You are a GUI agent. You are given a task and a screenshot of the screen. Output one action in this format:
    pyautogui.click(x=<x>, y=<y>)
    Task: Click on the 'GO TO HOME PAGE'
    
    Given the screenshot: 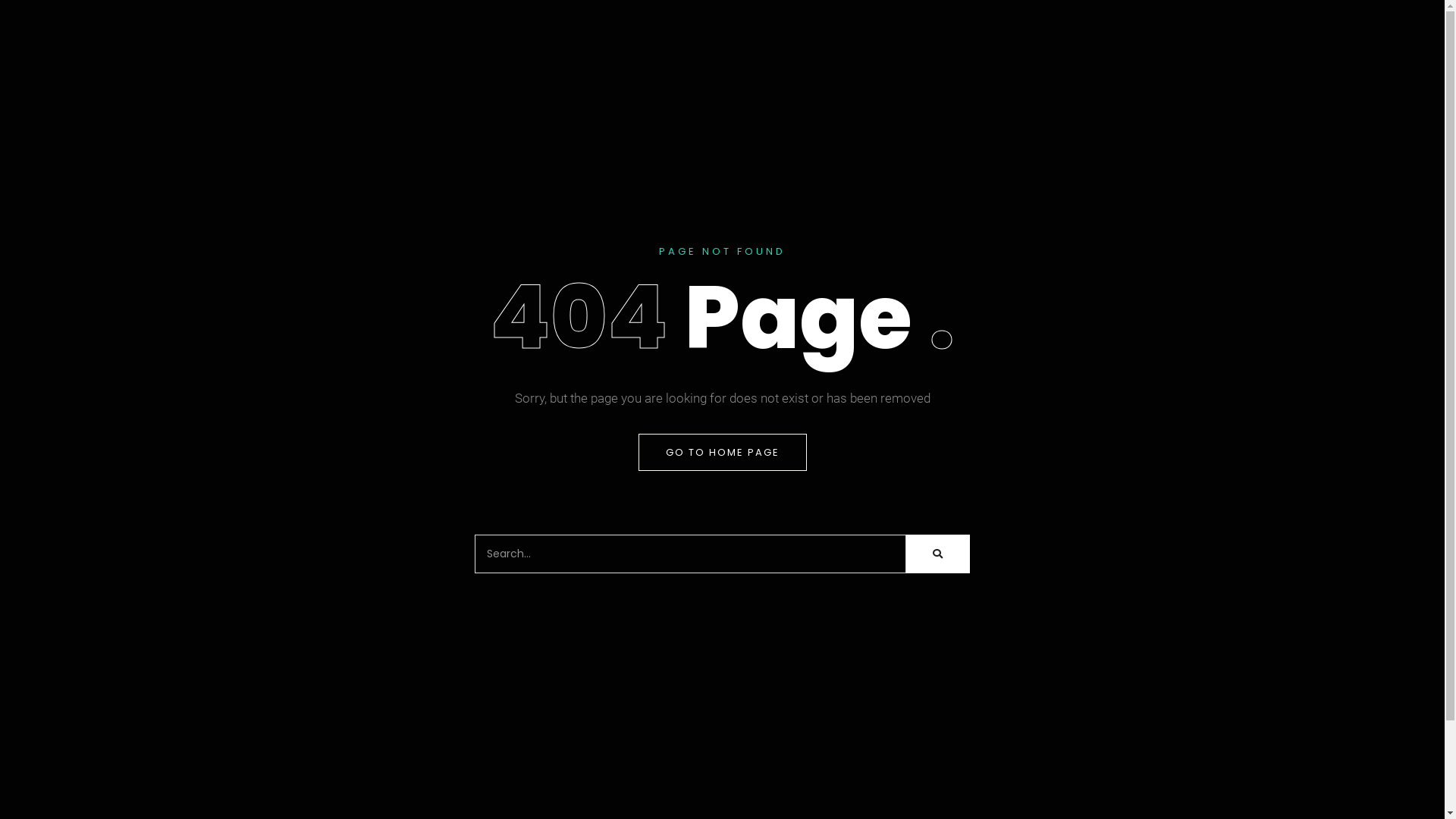 What is the action you would take?
    pyautogui.click(x=722, y=451)
    